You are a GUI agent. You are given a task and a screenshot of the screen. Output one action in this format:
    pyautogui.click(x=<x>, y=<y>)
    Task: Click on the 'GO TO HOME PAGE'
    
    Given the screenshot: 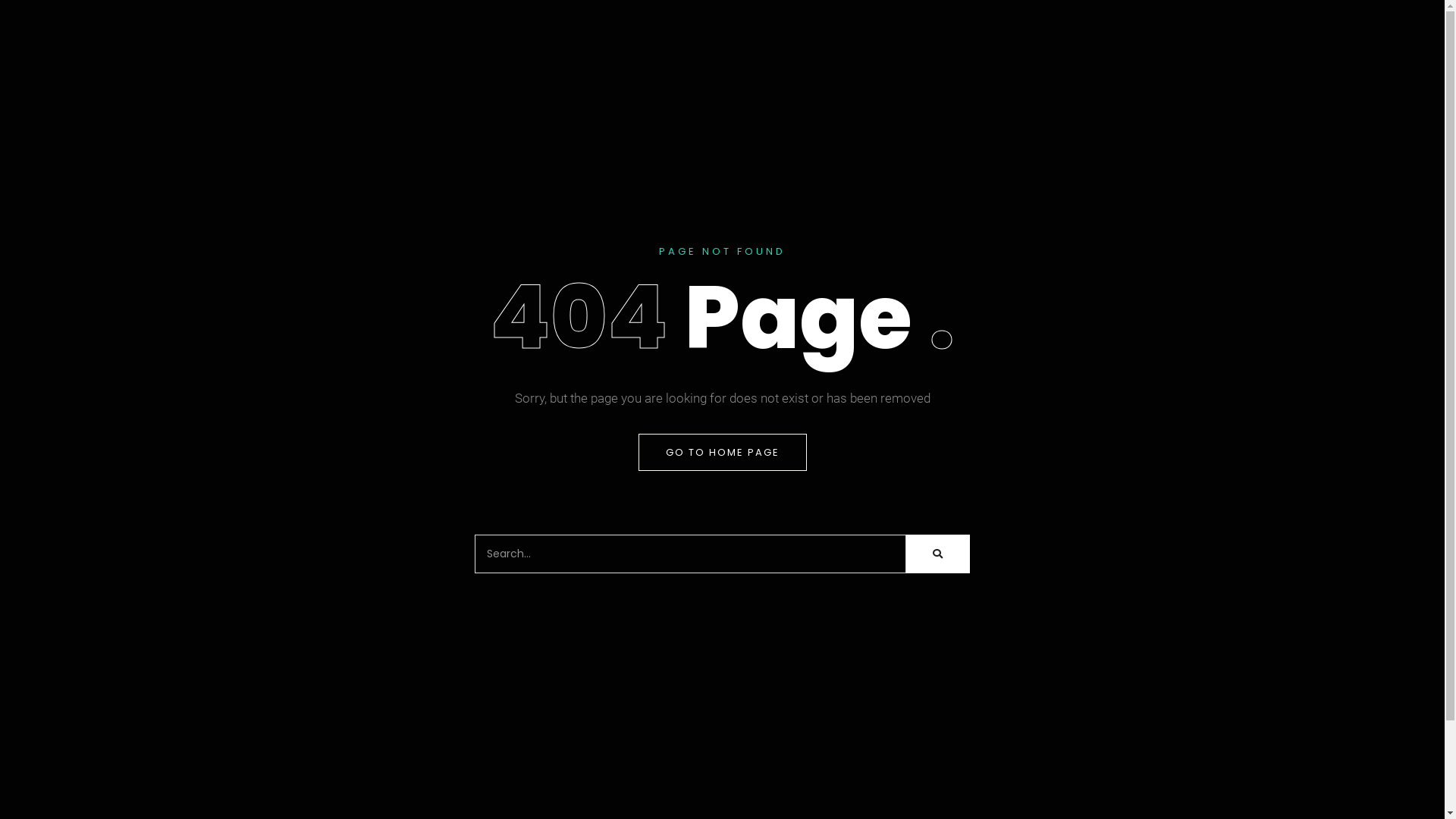 What is the action you would take?
    pyautogui.click(x=722, y=451)
    